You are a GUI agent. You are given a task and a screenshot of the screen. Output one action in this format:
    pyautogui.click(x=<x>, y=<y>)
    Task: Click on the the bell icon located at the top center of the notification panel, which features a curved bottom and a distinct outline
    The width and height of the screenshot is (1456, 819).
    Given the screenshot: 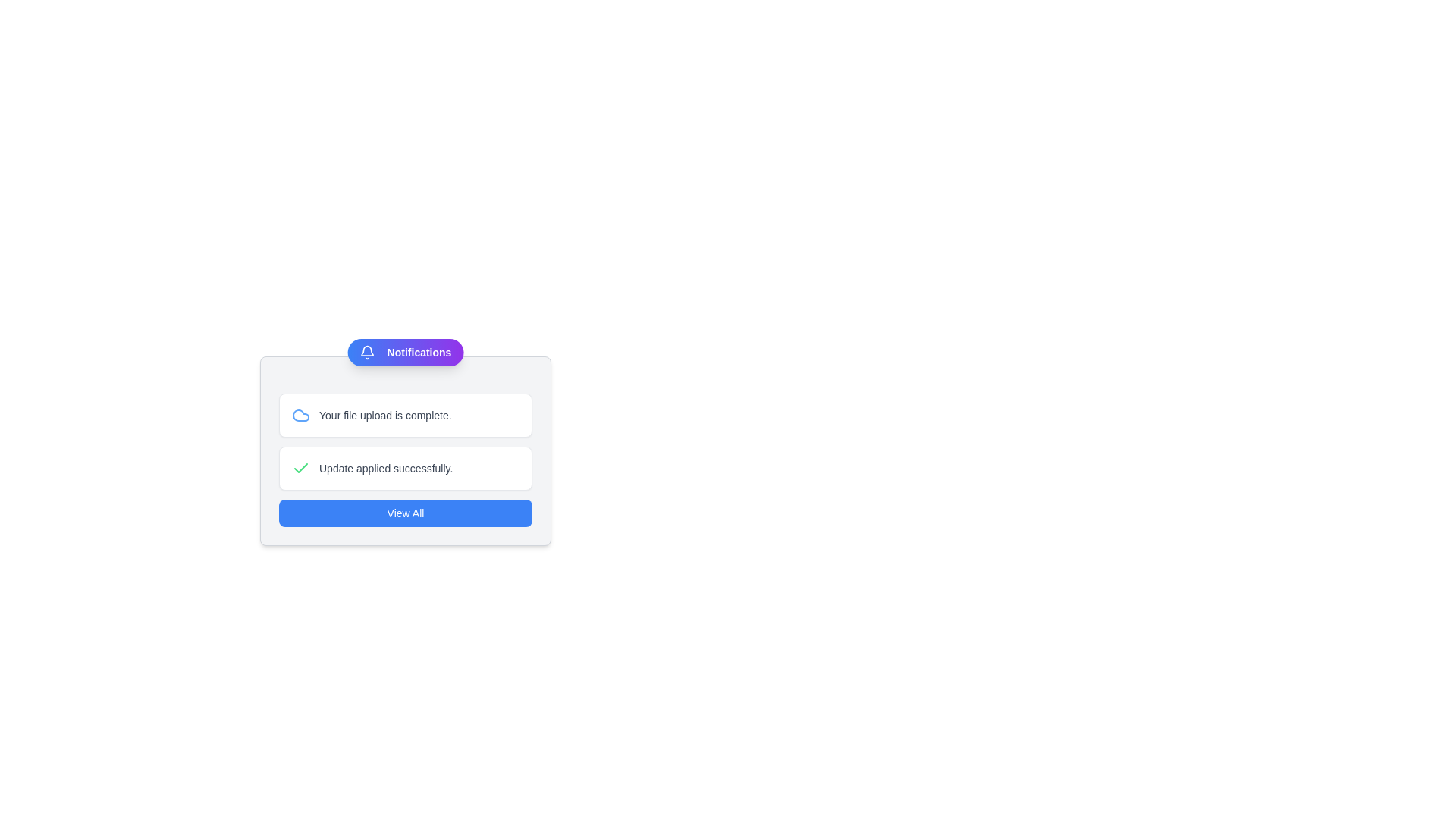 What is the action you would take?
    pyautogui.click(x=367, y=350)
    